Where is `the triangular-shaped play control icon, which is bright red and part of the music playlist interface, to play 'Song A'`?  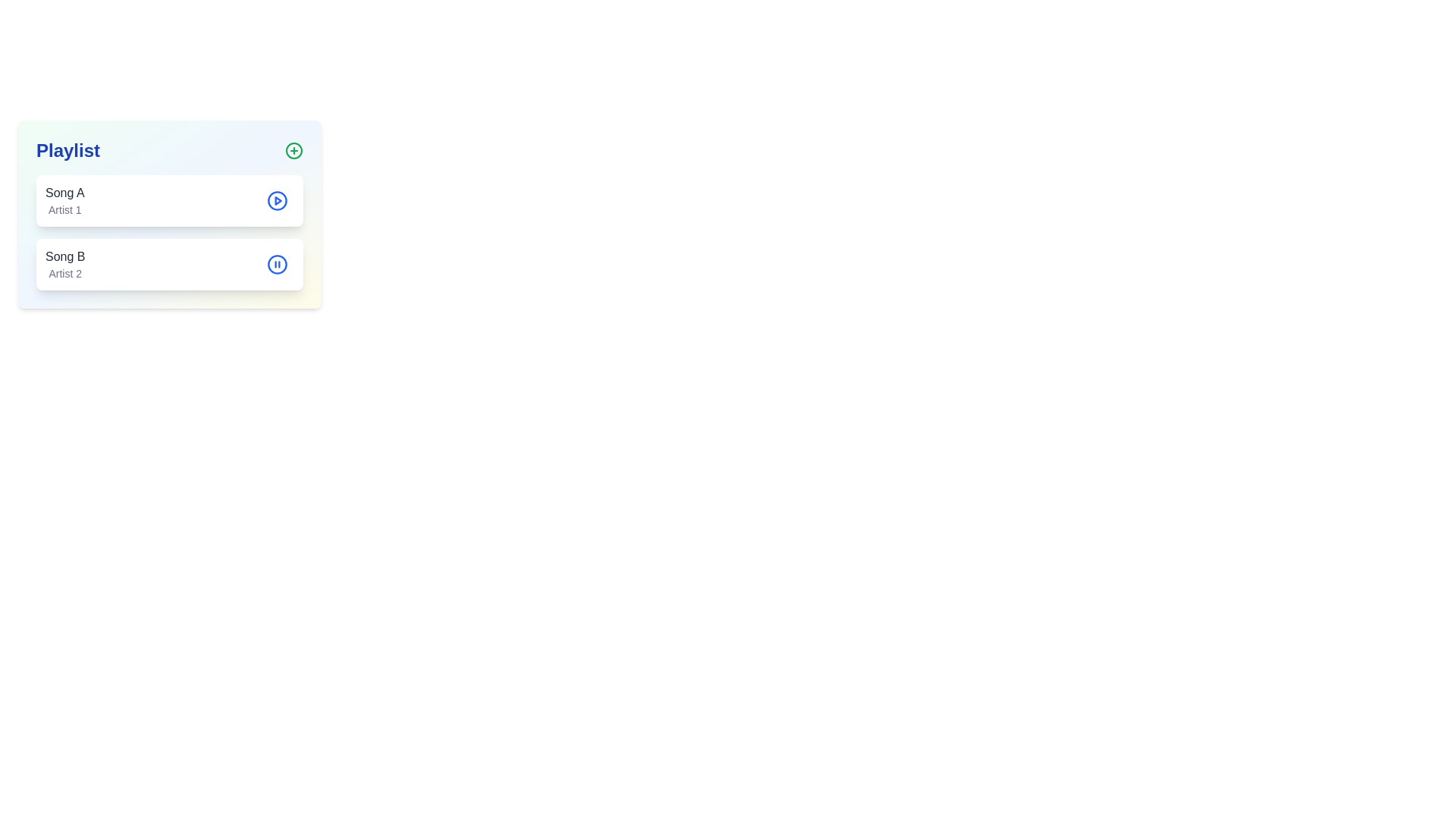
the triangular-shaped play control icon, which is bright red and part of the music playlist interface, to play 'Song A' is located at coordinates (278, 200).